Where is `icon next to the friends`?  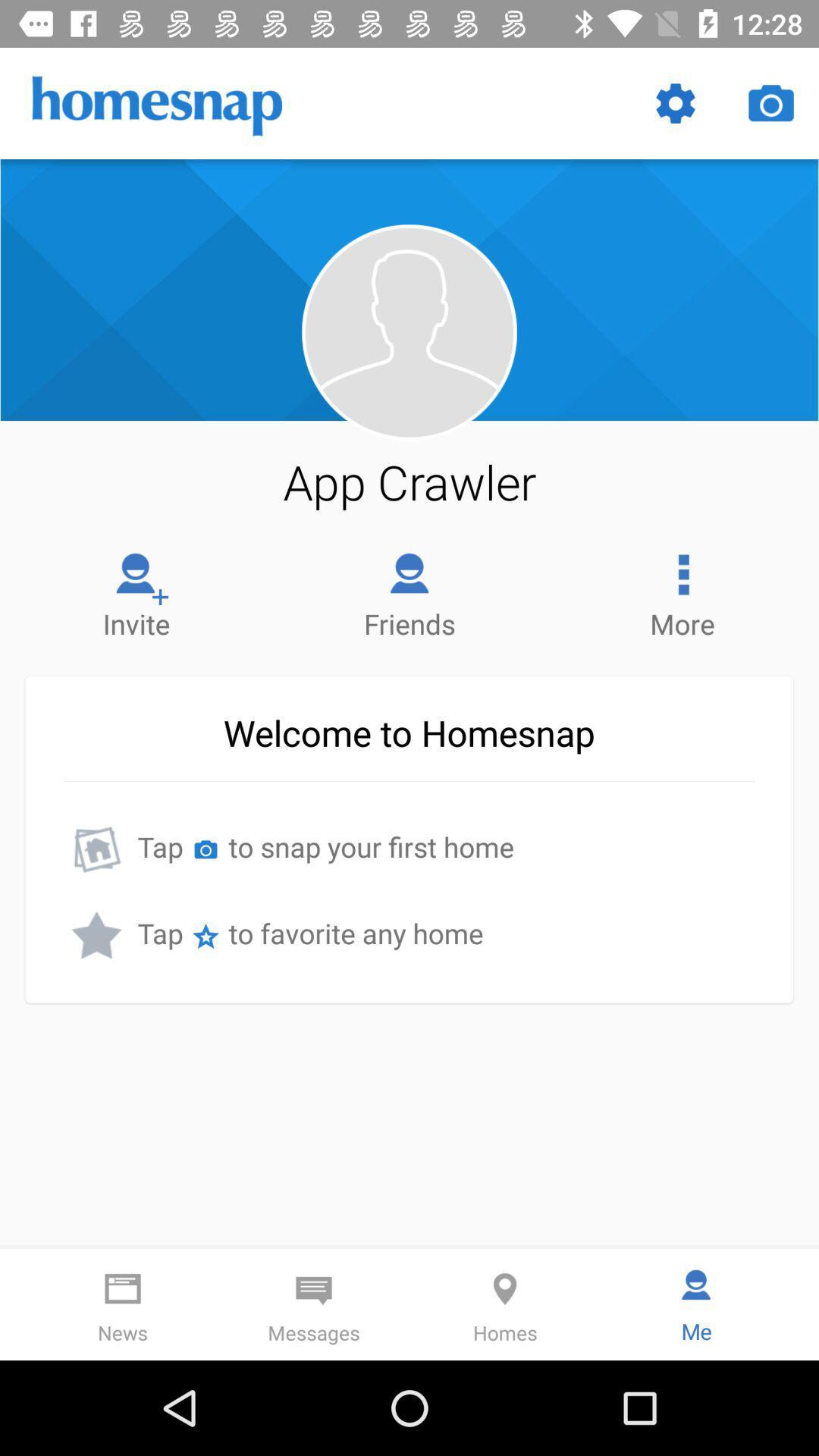 icon next to the friends is located at coordinates (681, 591).